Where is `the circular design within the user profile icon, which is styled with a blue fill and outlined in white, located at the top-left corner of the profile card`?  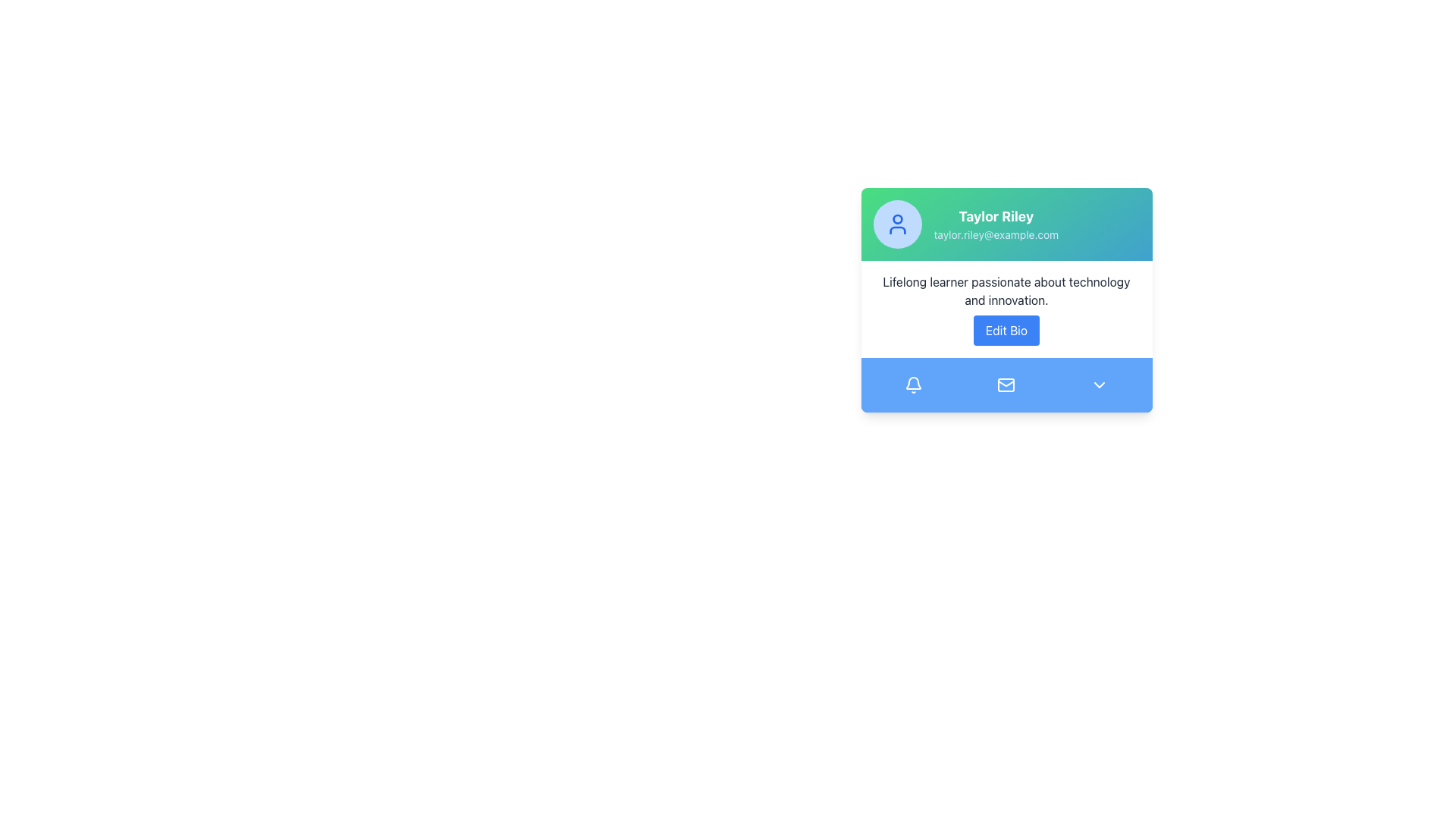 the circular design within the user profile icon, which is styled with a blue fill and outlined in white, located at the top-left corner of the profile card is located at coordinates (897, 219).